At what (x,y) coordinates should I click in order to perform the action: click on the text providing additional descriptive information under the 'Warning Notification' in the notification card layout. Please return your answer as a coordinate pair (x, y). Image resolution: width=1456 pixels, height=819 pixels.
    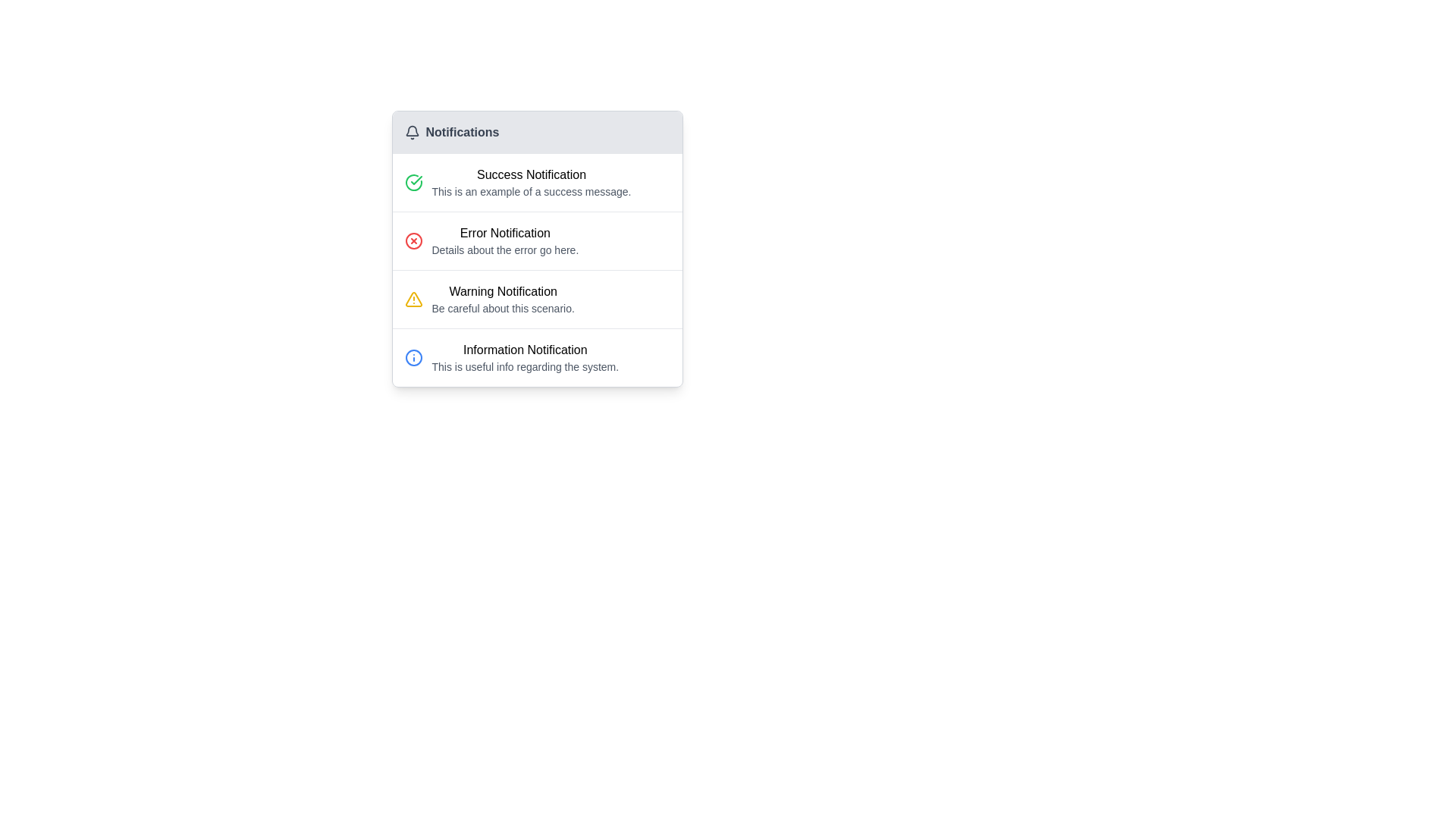
    Looking at the image, I should click on (503, 308).